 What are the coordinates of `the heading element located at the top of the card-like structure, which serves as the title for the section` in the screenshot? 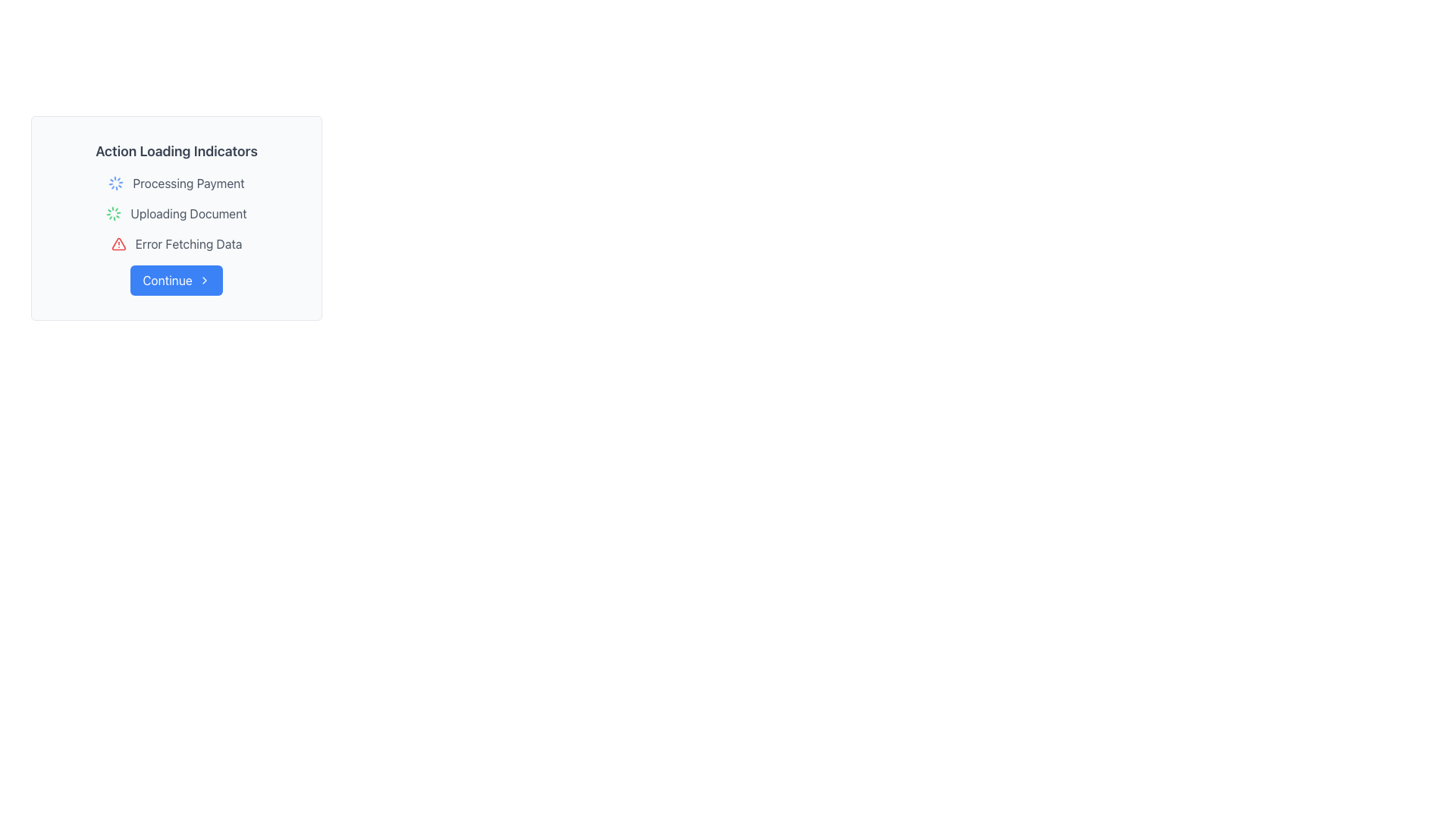 It's located at (177, 152).